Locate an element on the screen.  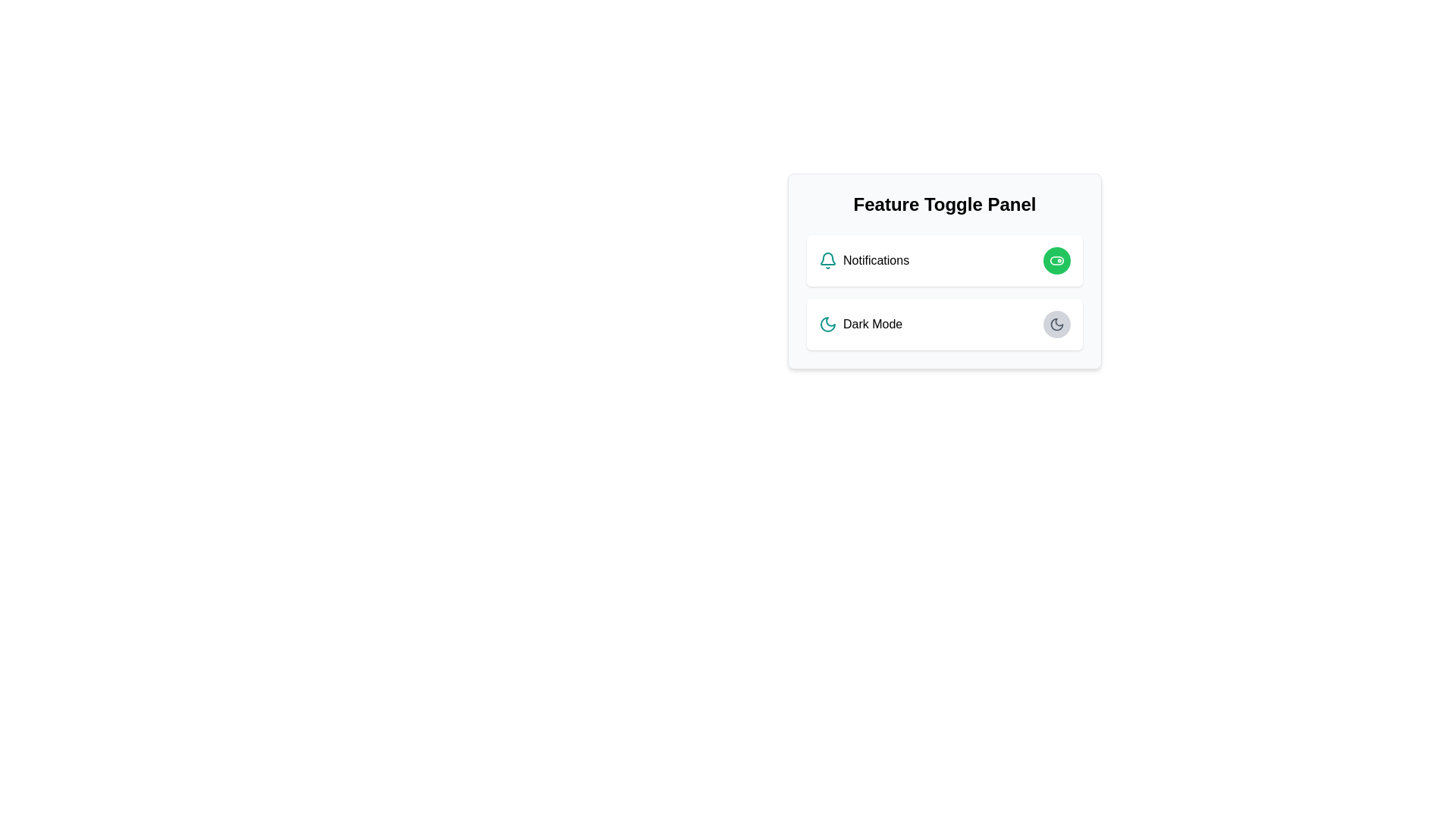
the circular button with a light gray background and moon icon located on the right side of the 'Dark Mode' option in the Feature Toggle Panel is located at coordinates (1056, 324).